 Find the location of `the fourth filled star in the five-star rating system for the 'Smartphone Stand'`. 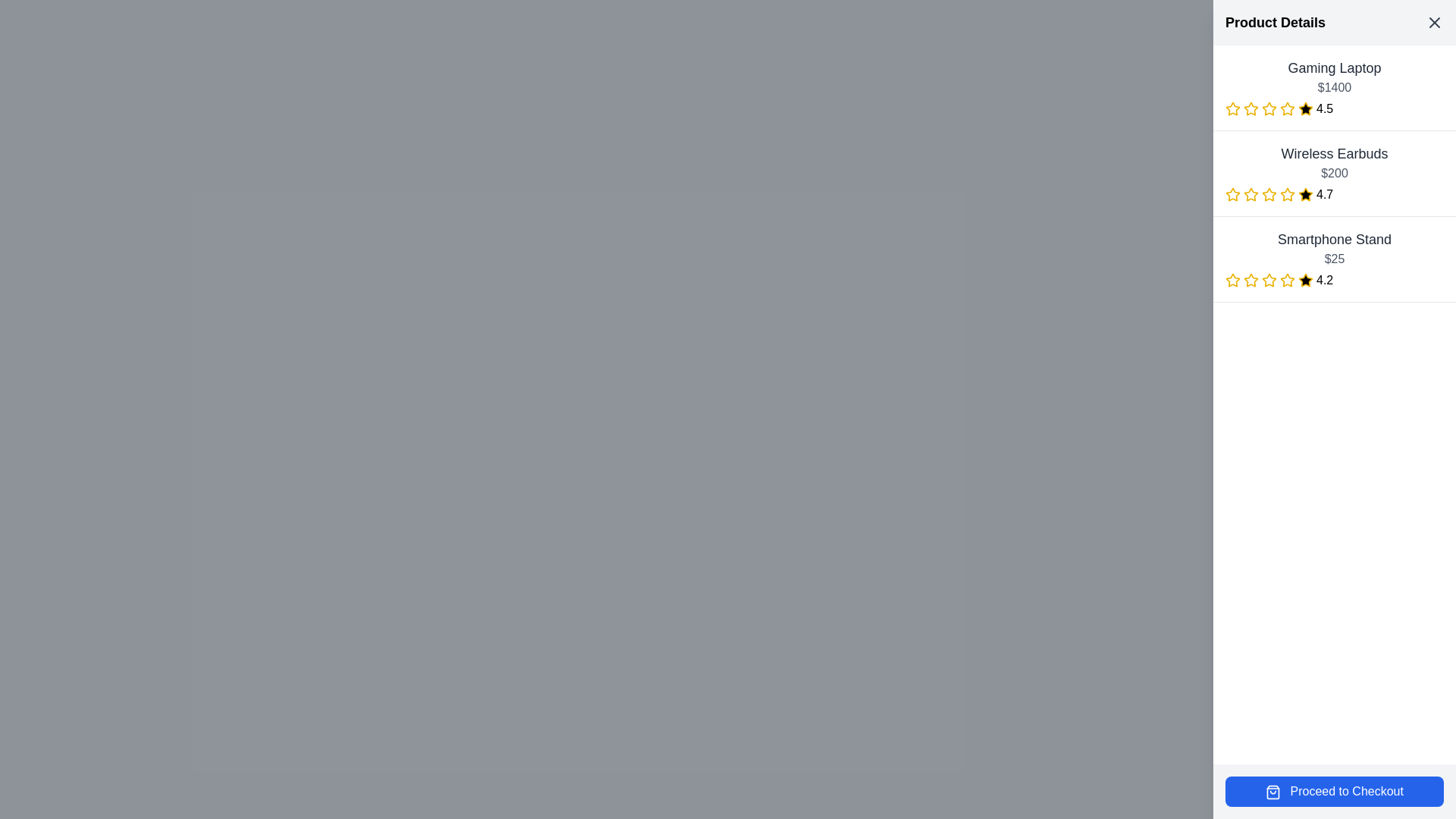

the fourth filled star in the five-star rating system for the 'Smartphone Stand' is located at coordinates (1287, 280).